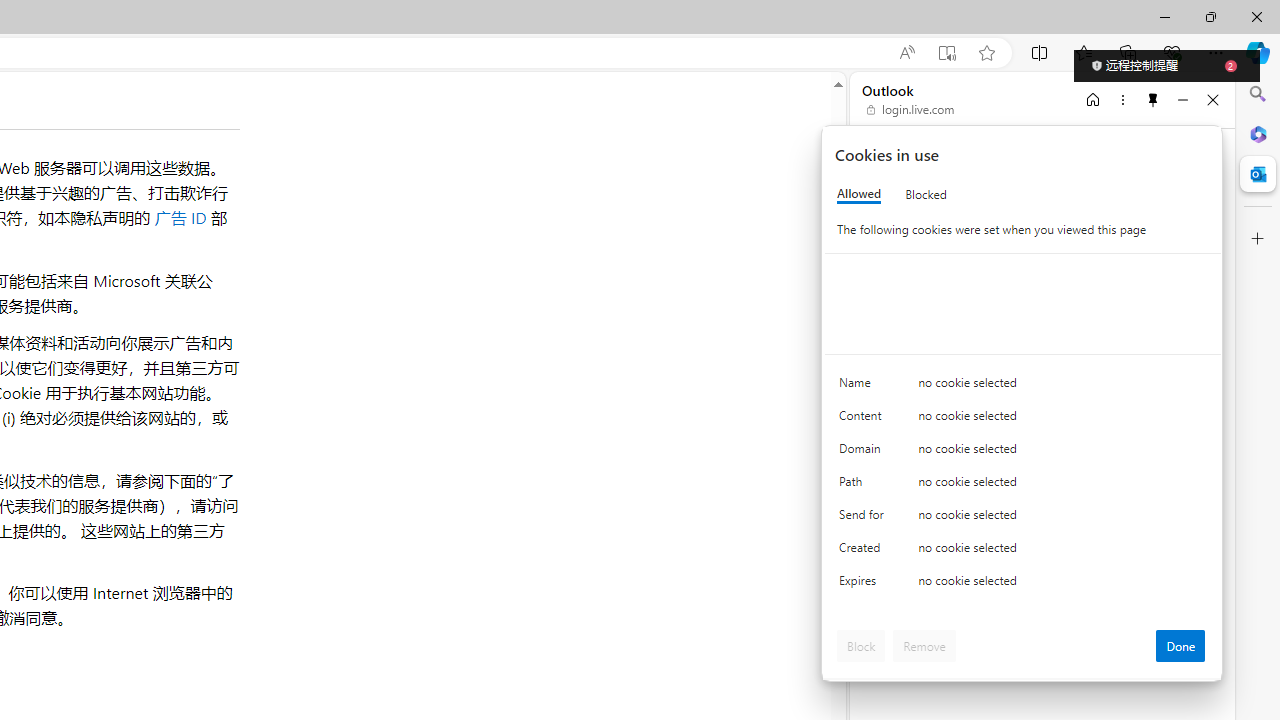 This screenshot has height=720, width=1280. I want to click on 'Block', so click(861, 645).